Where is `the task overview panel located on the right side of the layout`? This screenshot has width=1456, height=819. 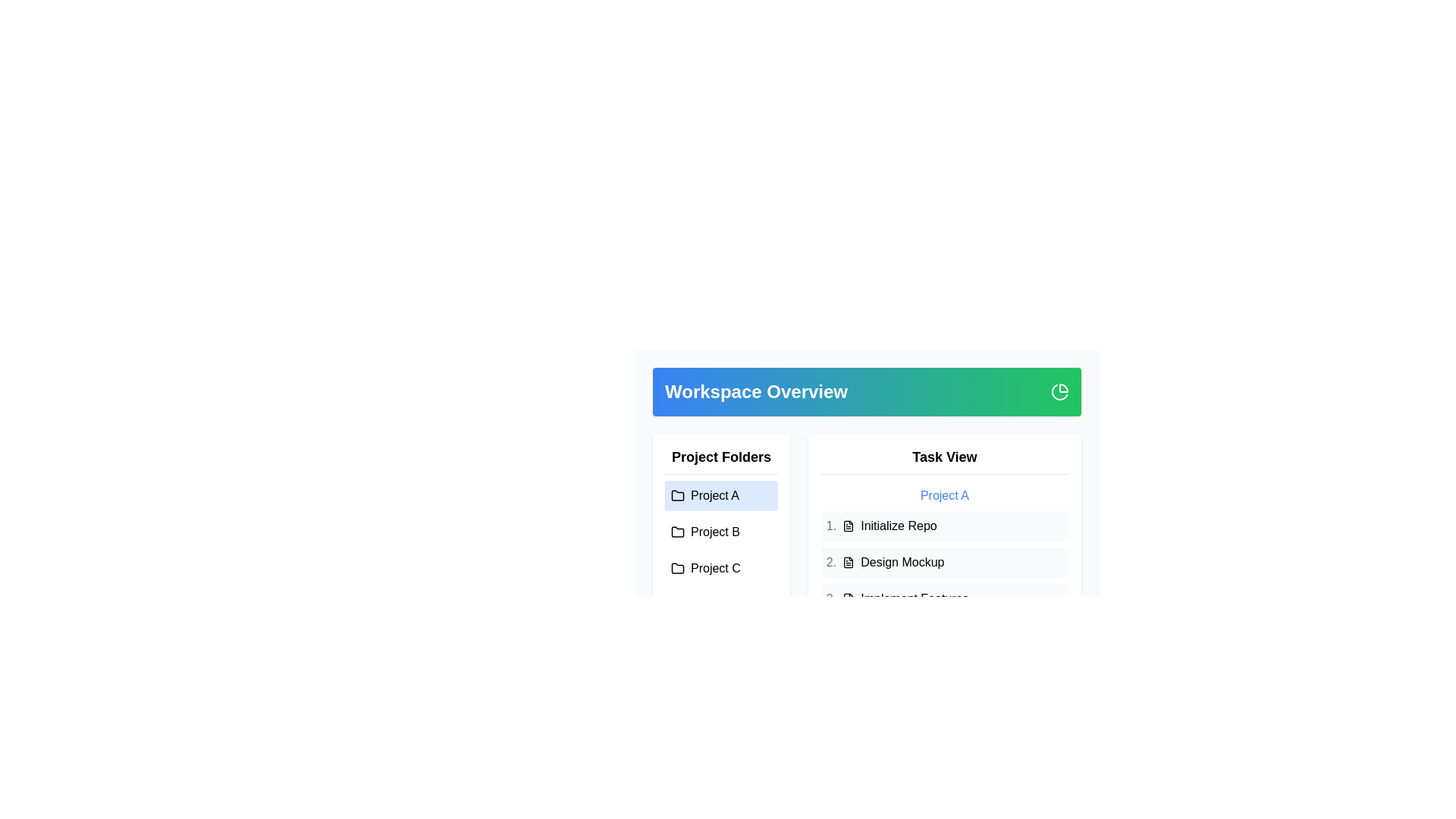 the task overview panel located on the right side of the layout is located at coordinates (943, 529).